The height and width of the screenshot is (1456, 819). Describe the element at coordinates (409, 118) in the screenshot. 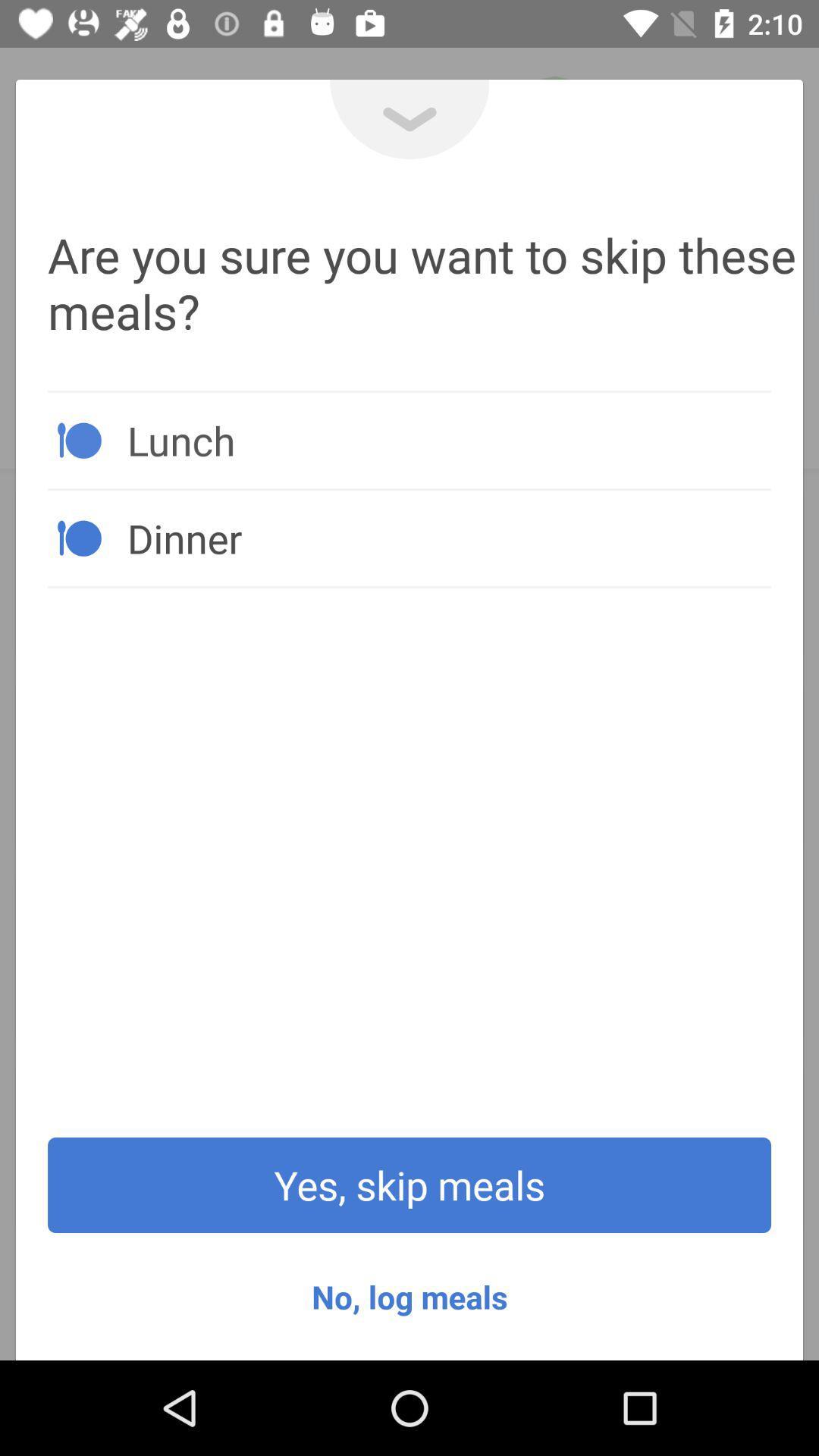

I see `the expand_more icon` at that location.